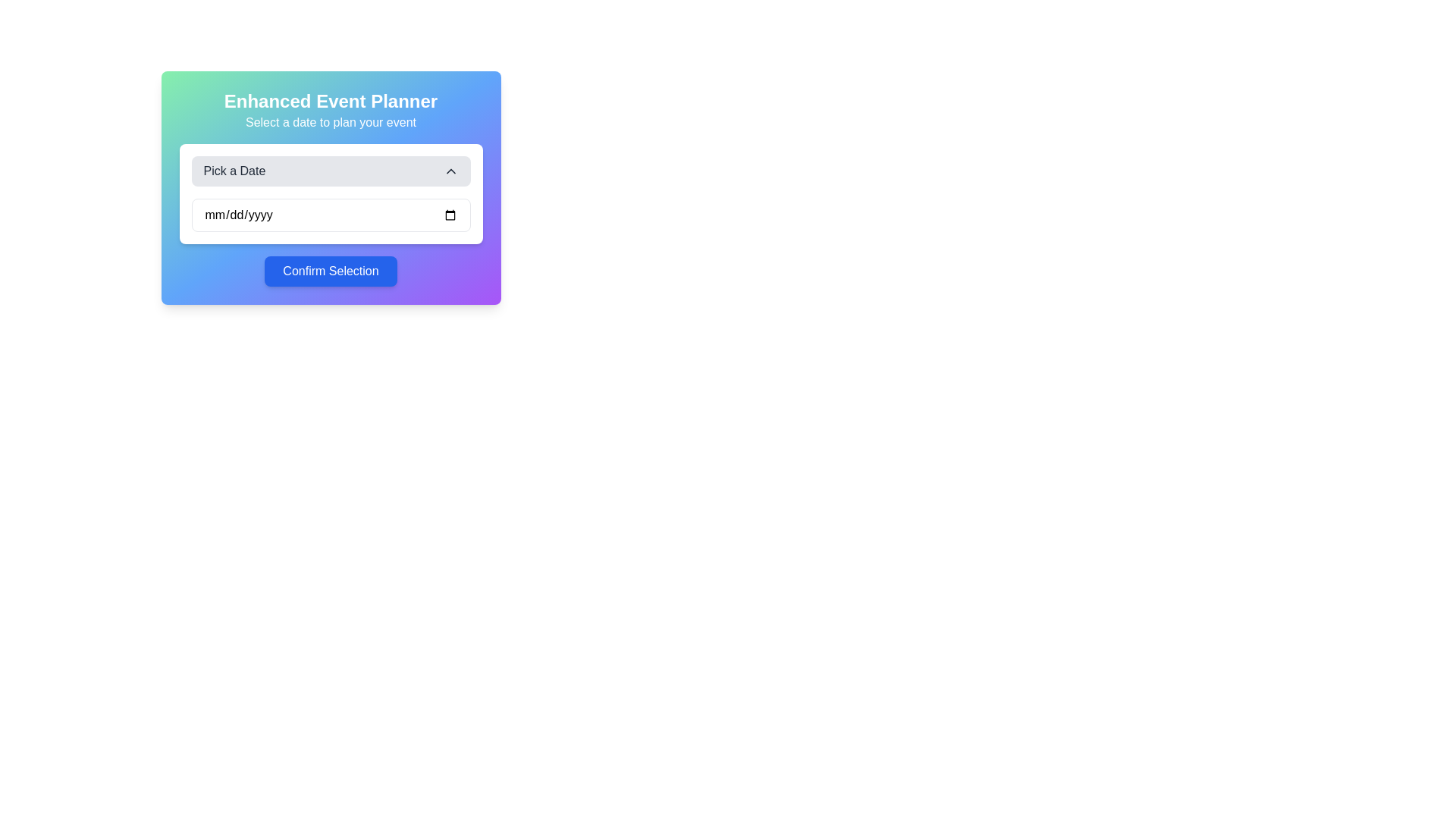 The image size is (1456, 819). What do you see at coordinates (234, 171) in the screenshot?
I see `the 'Pick a Date' text label within the dropdown selector located under the 'Enhanced Event Planner' header` at bounding box center [234, 171].